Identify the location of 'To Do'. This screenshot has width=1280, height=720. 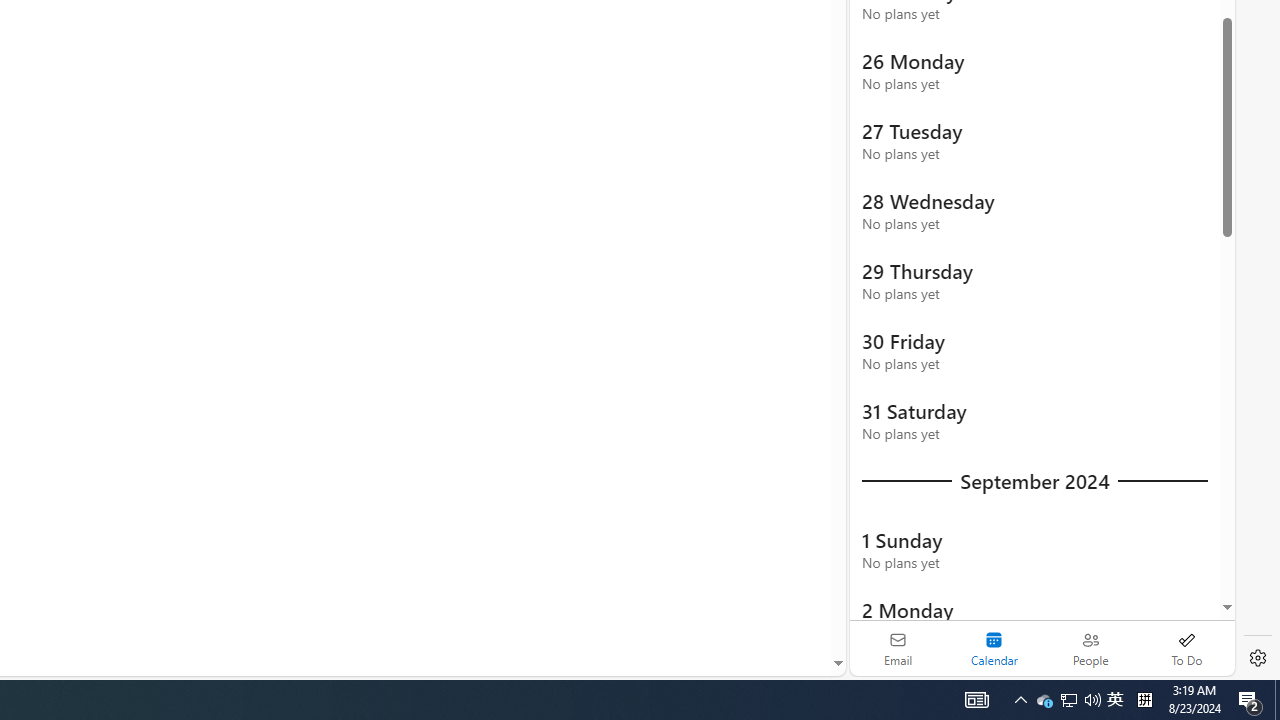
(1186, 648).